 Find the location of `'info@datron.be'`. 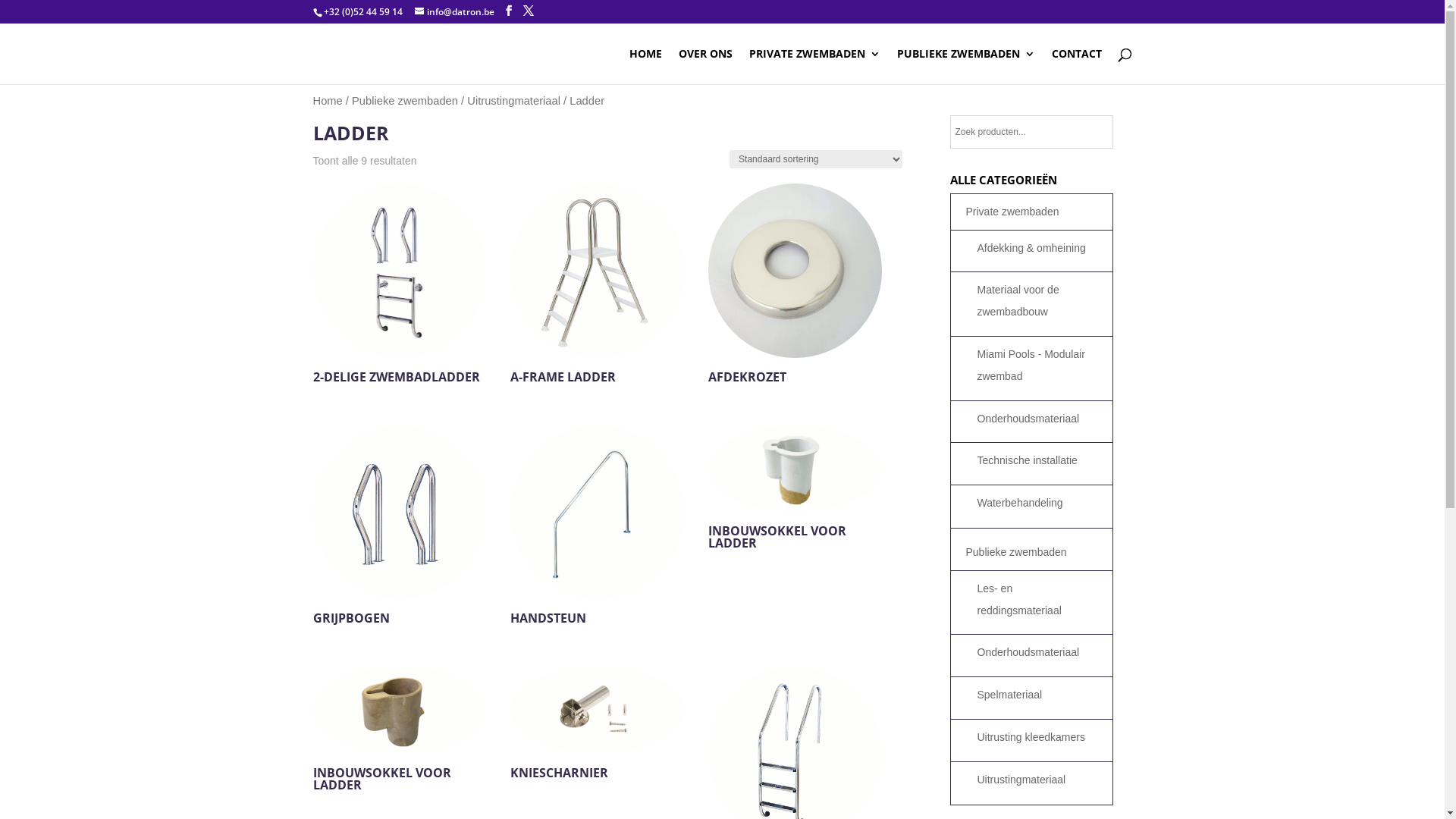

'info@datron.be' is located at coordinates (453, 11).